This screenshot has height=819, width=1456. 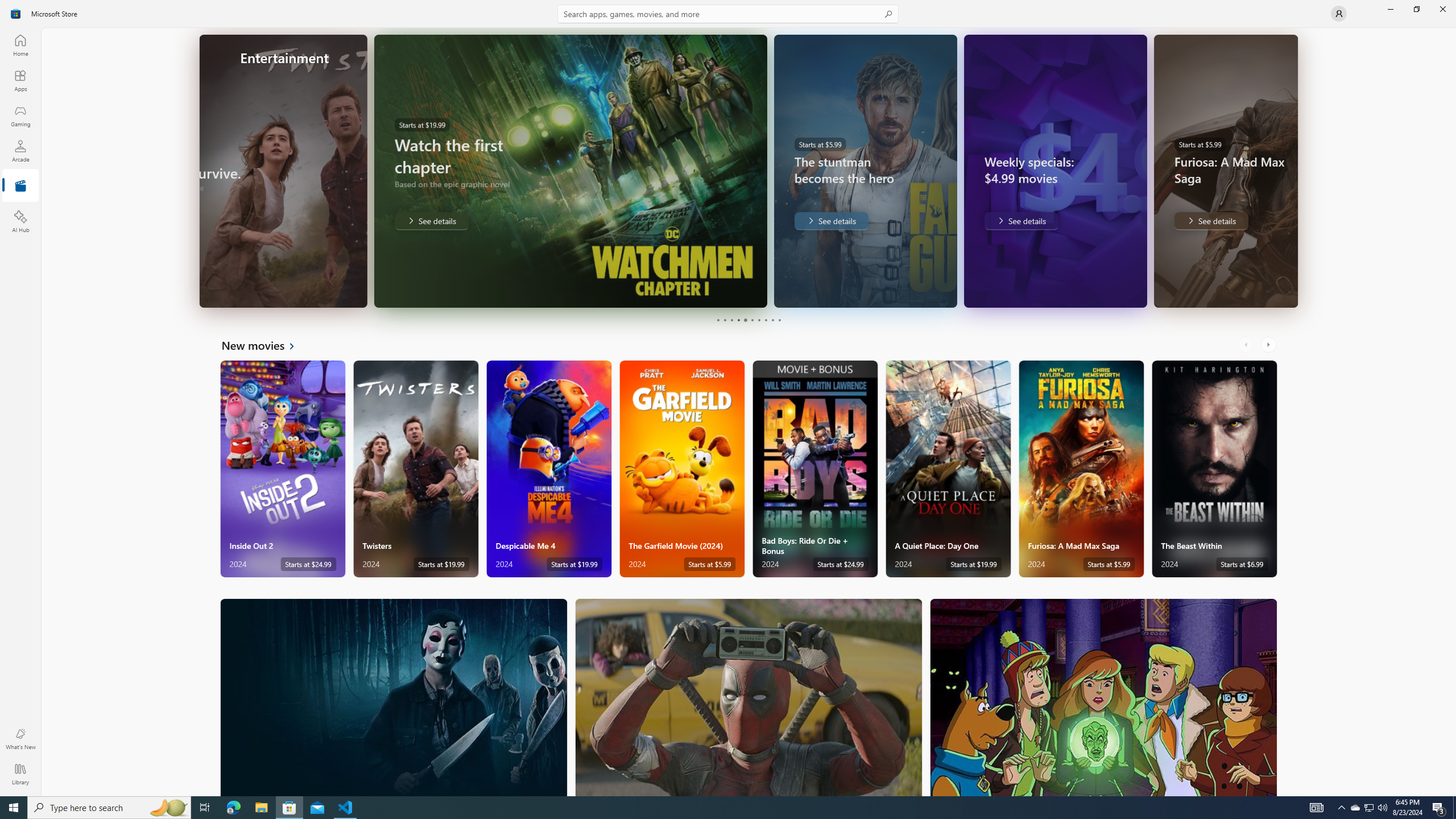 What do you see at coordinates (19, 738) in the screenshot?
I see `'What'` at bounding box center [19, 738].